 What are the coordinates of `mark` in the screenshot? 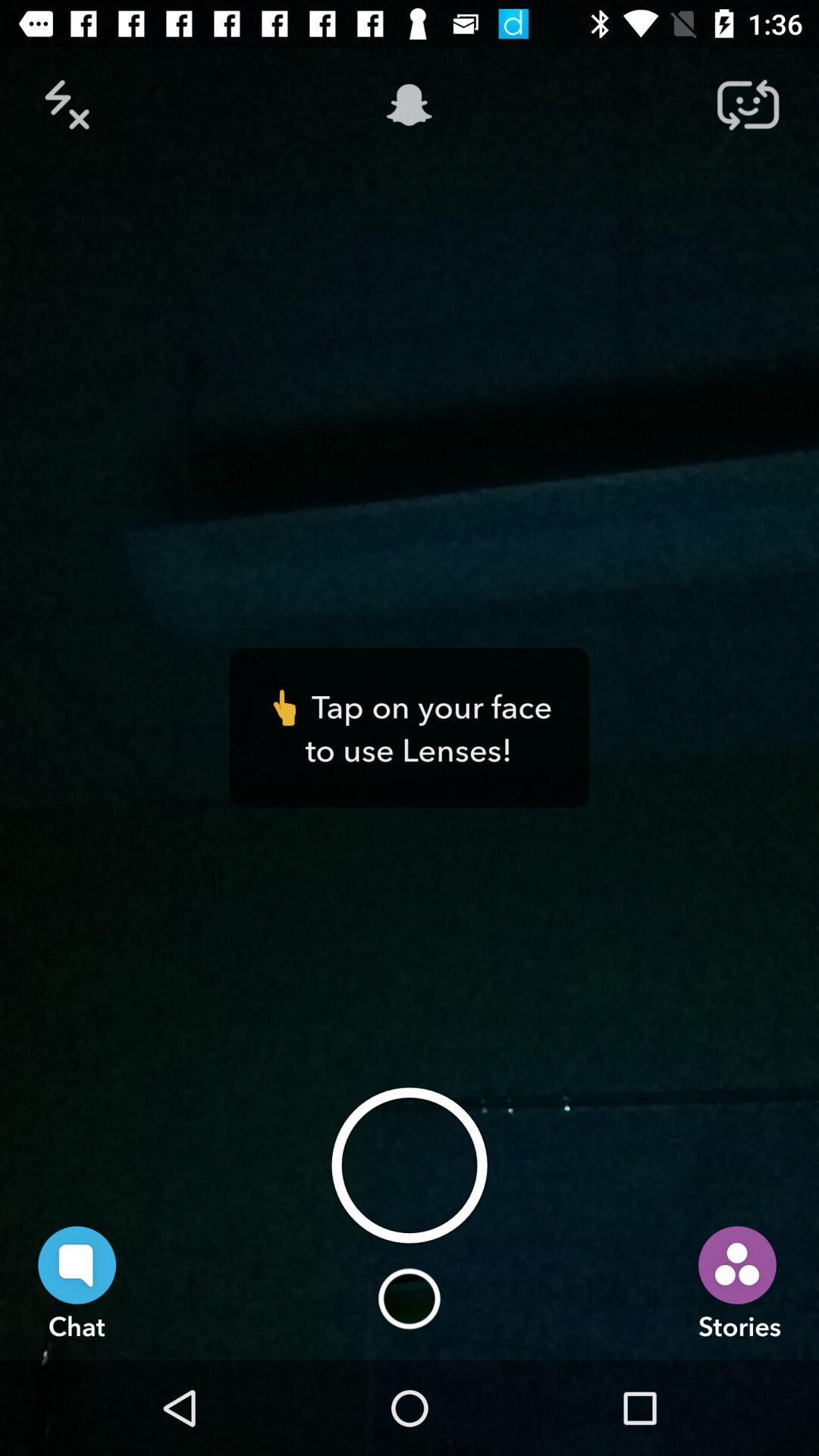 It's located at (71, 104).